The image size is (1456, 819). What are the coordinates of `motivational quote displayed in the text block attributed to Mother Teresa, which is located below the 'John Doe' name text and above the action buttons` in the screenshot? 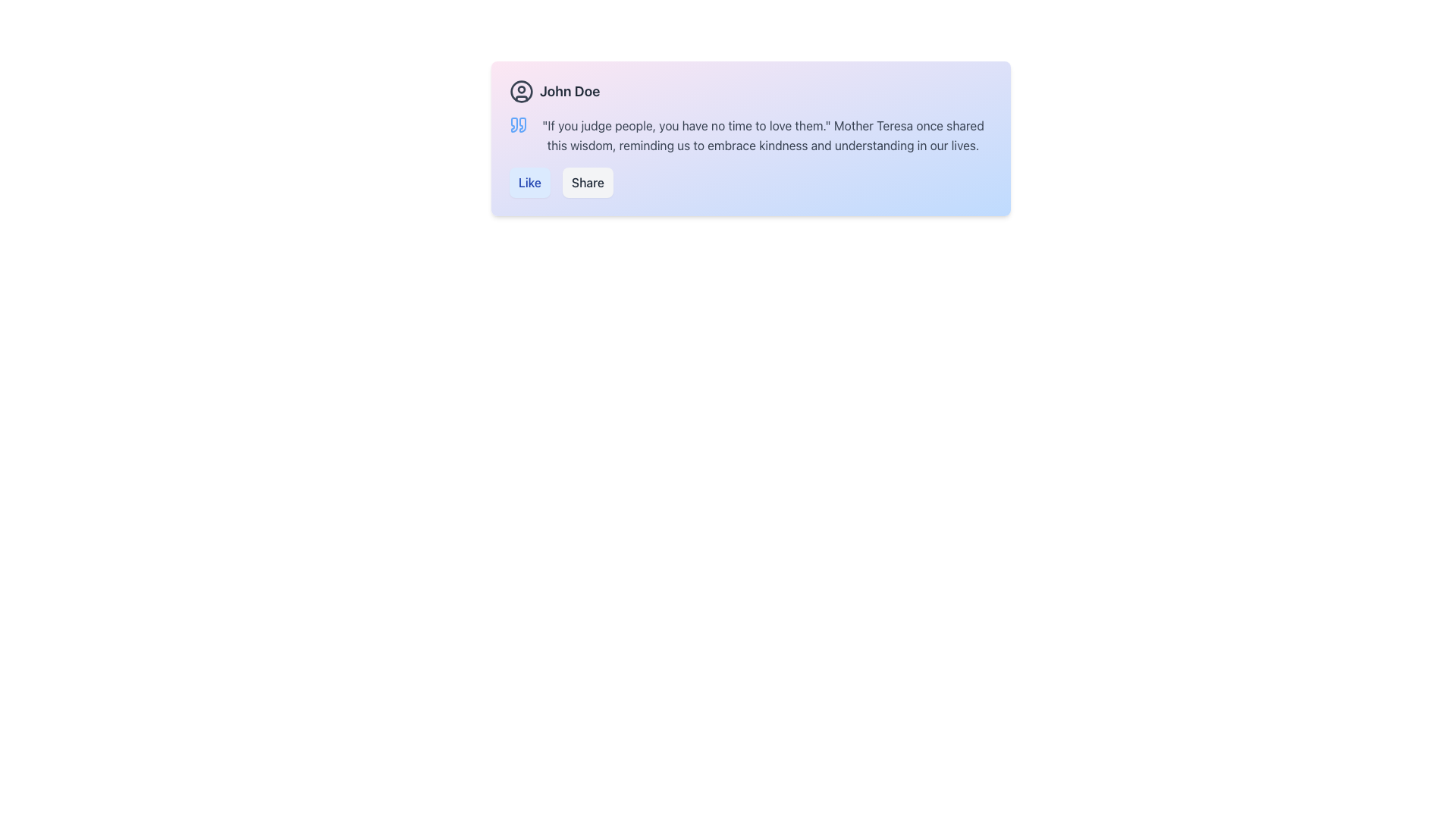 It's located at (751, 134).